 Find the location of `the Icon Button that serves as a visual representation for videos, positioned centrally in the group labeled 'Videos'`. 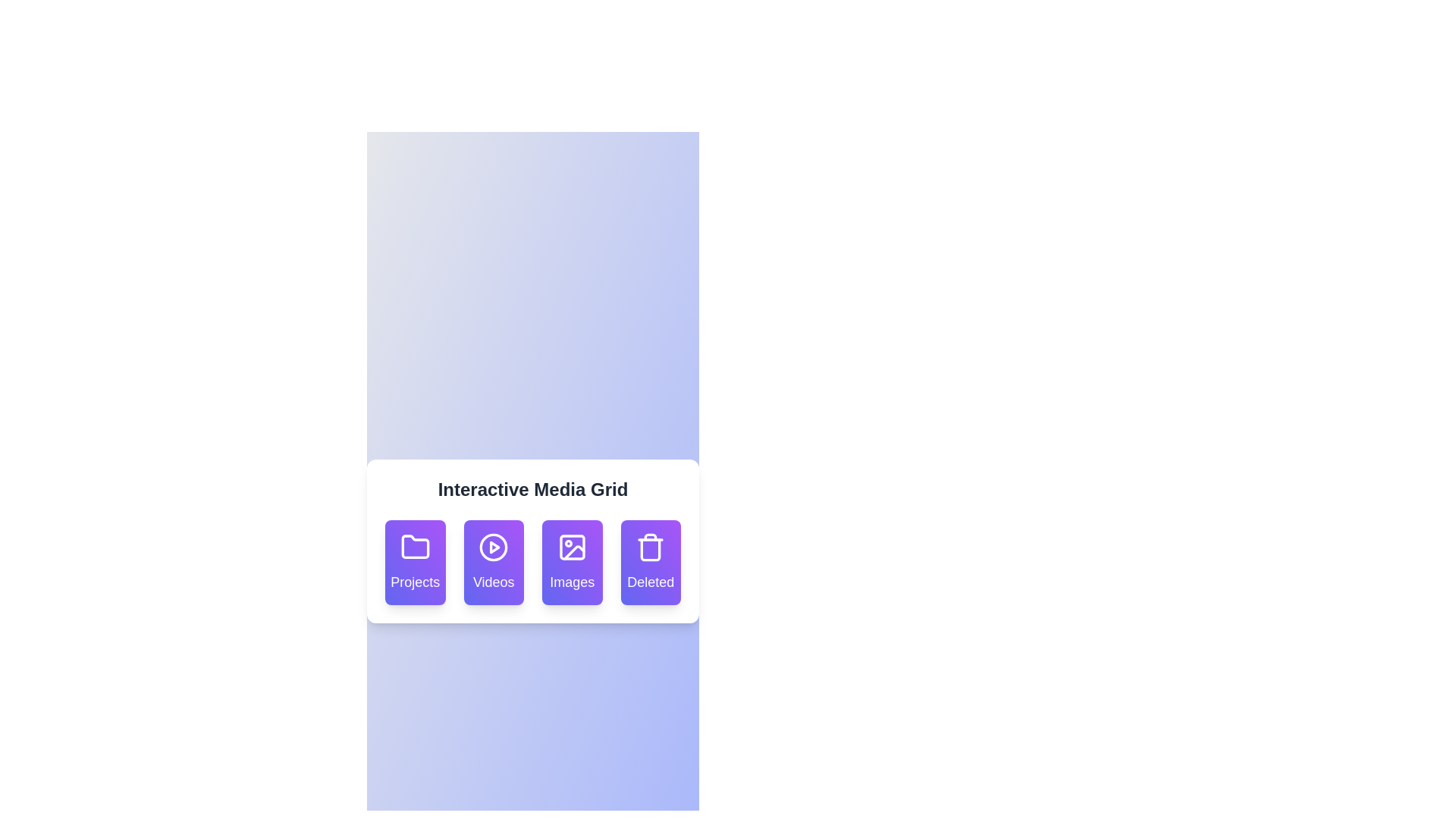

the Icon Button that serves as a visual representation for videos, positioned centrally in the group labeled 'Videos' is located at coordinates (494, 547).